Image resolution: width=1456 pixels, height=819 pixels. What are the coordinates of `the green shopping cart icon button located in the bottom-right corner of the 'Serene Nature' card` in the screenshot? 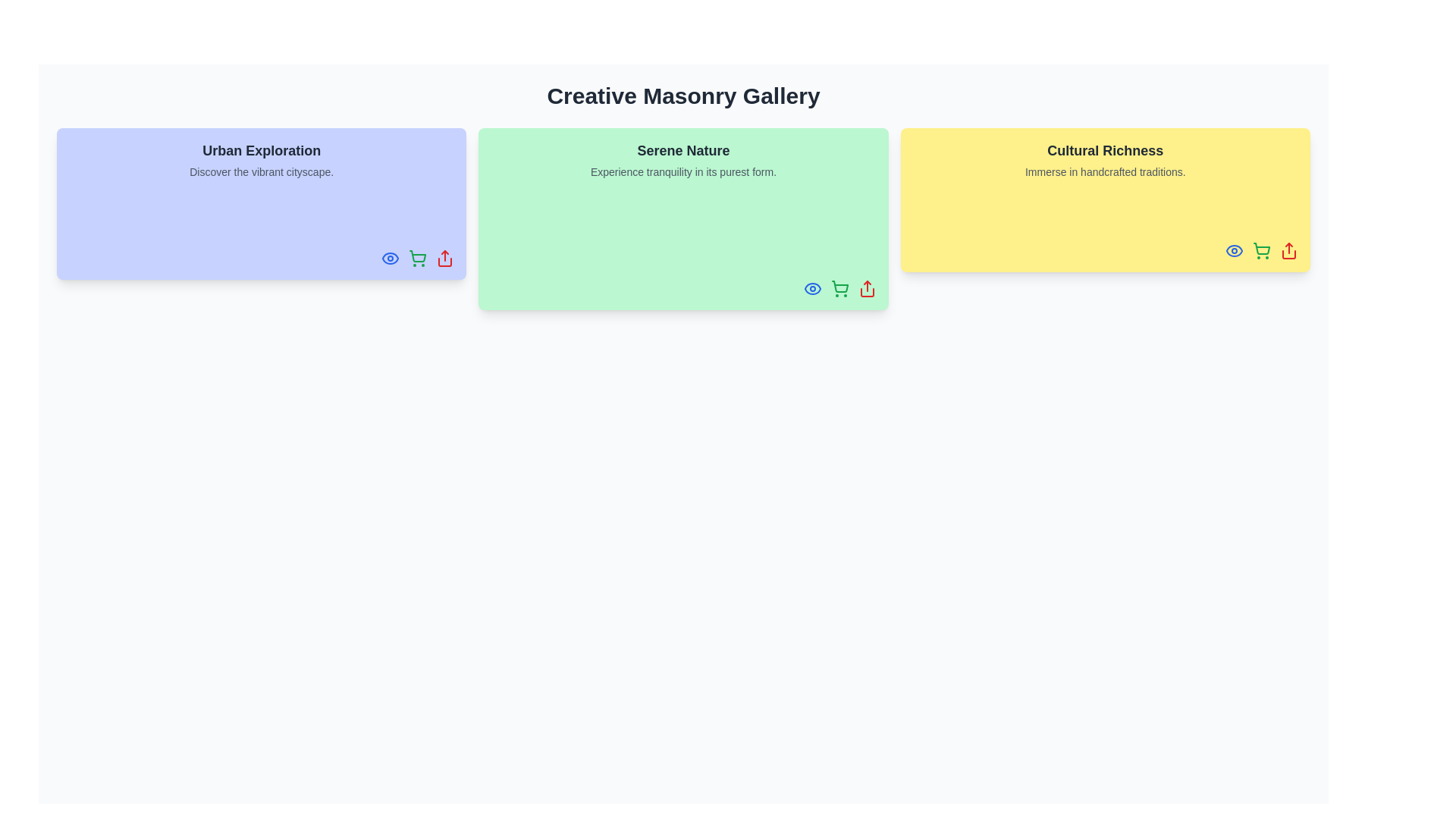 It's located at (839, 289).